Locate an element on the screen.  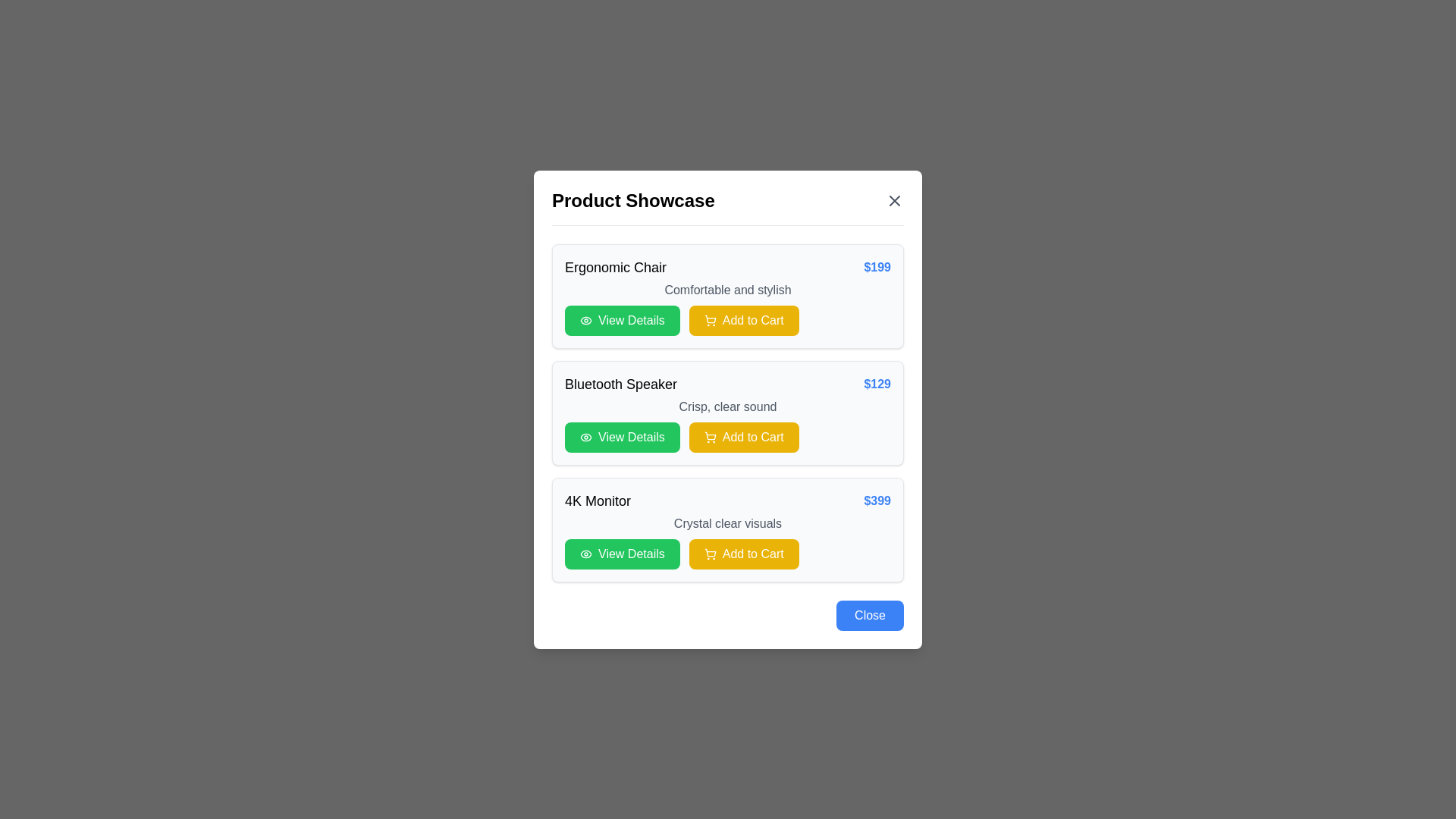
the yellow 'Add to Cart' button with white text and a cart icon, located next to the green 'View Details' button in the first product card labeled 'Ergonomic Chair' is located at coordinates (728, 319).